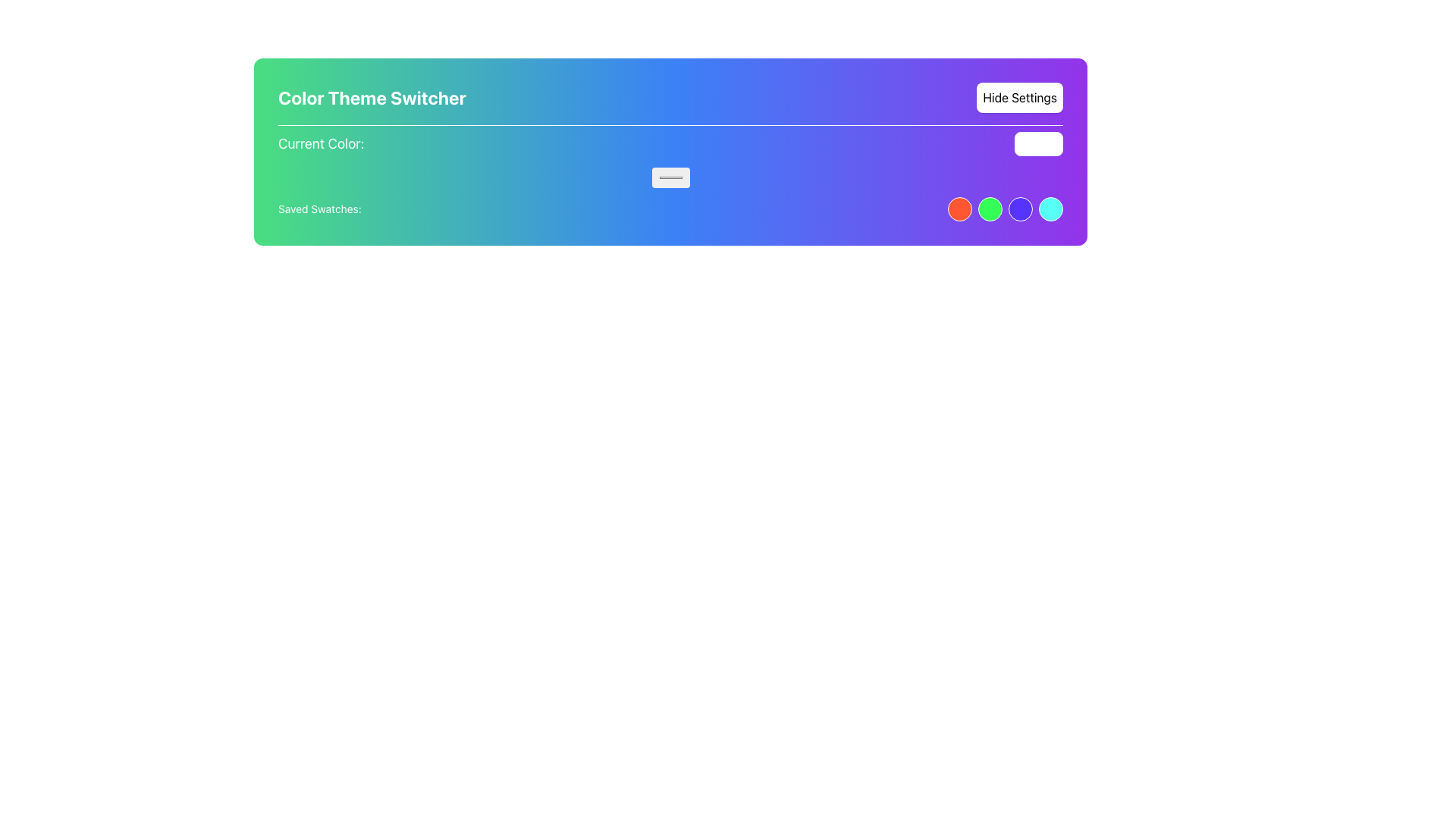 Image resolution: width=1456 pixels, height=819 pixels. Describe the element at coordinates (372, 97) in the screenshot. I see `the static text element displaying 'Color Theme Switcher' which is bold and large, located in the header section of the interface` at that location.